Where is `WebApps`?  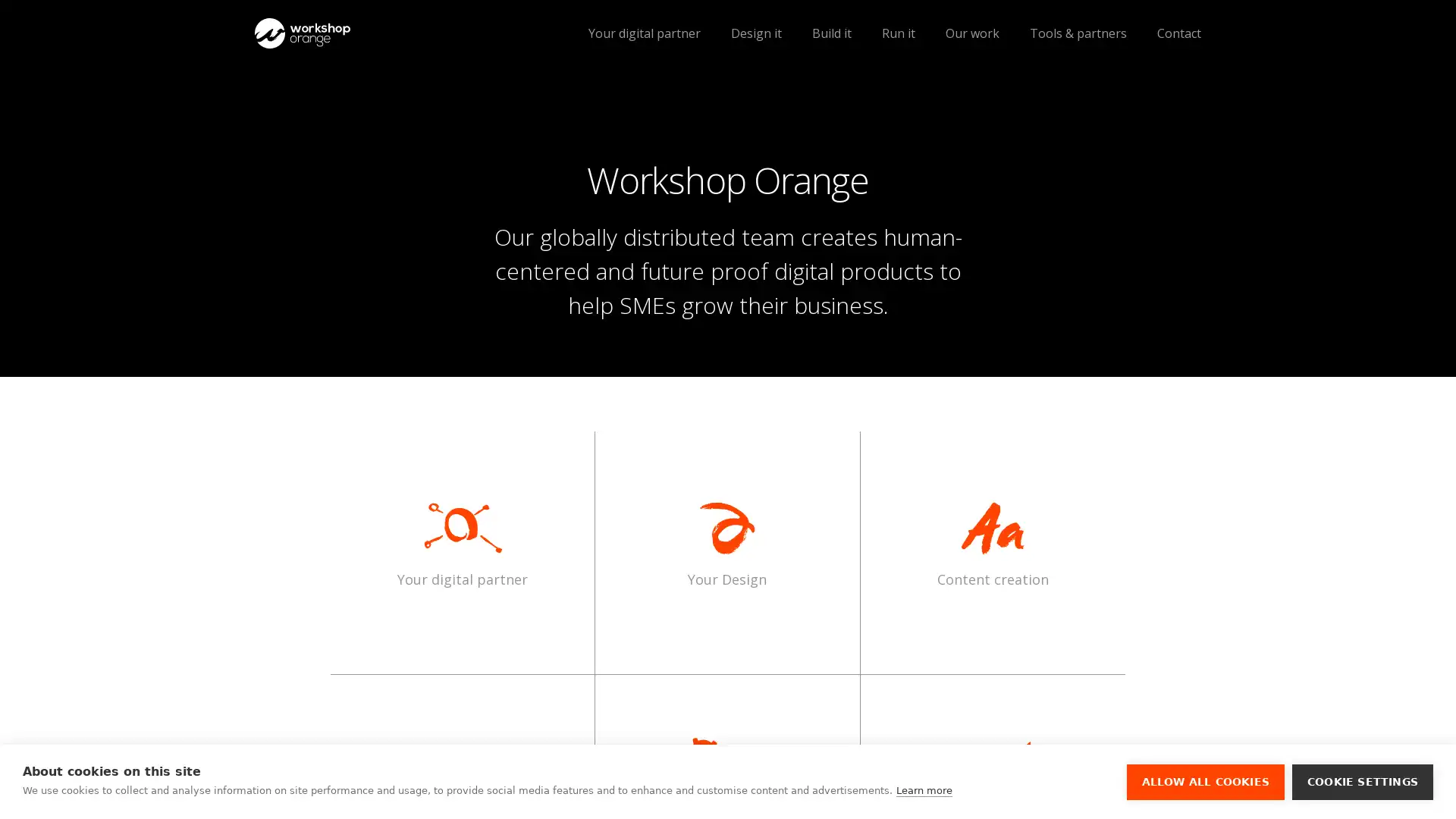
WebApps is located at coordinates (374, 156).